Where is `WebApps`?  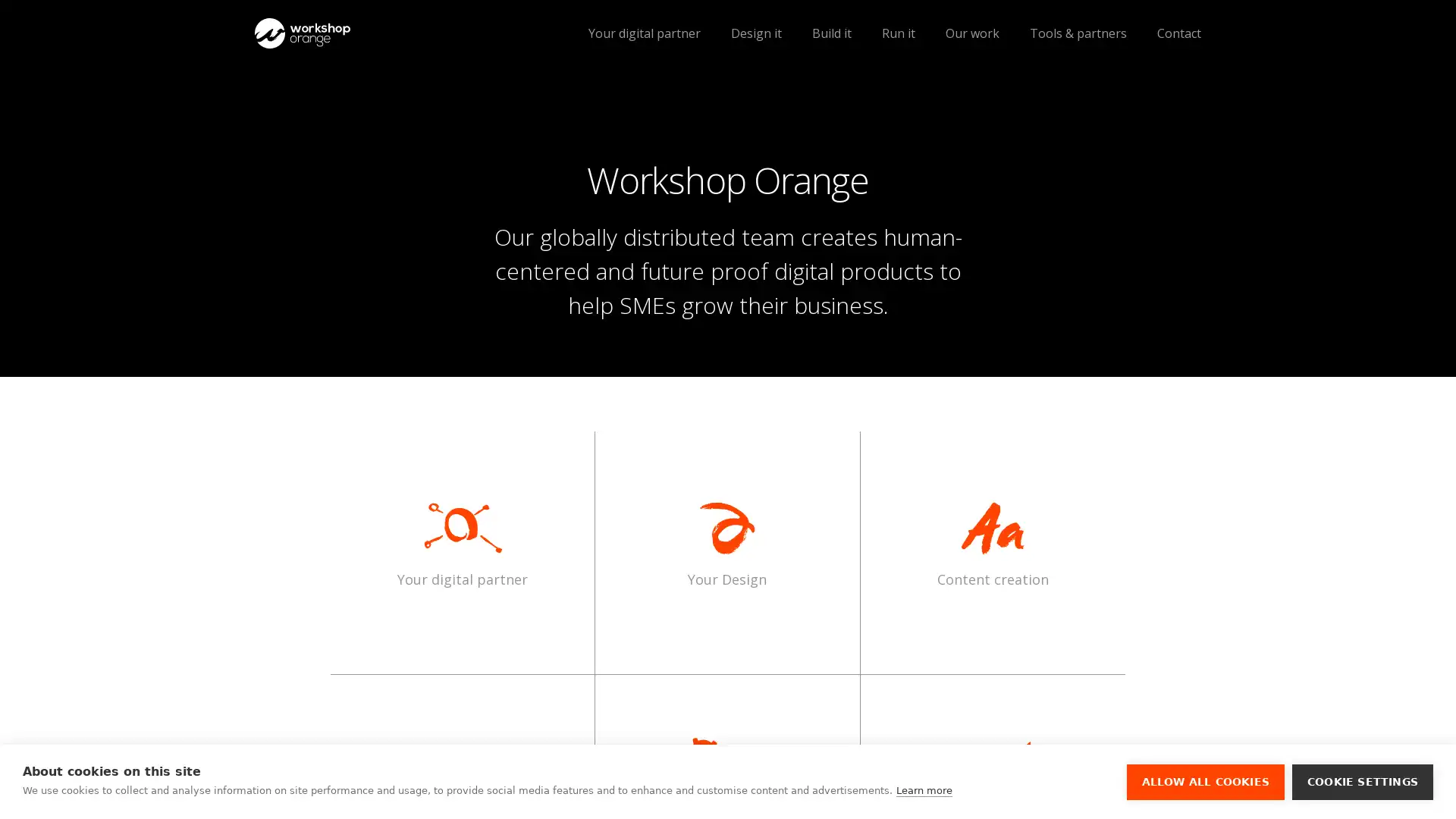
WebApps is located at coordinates (374, 156).